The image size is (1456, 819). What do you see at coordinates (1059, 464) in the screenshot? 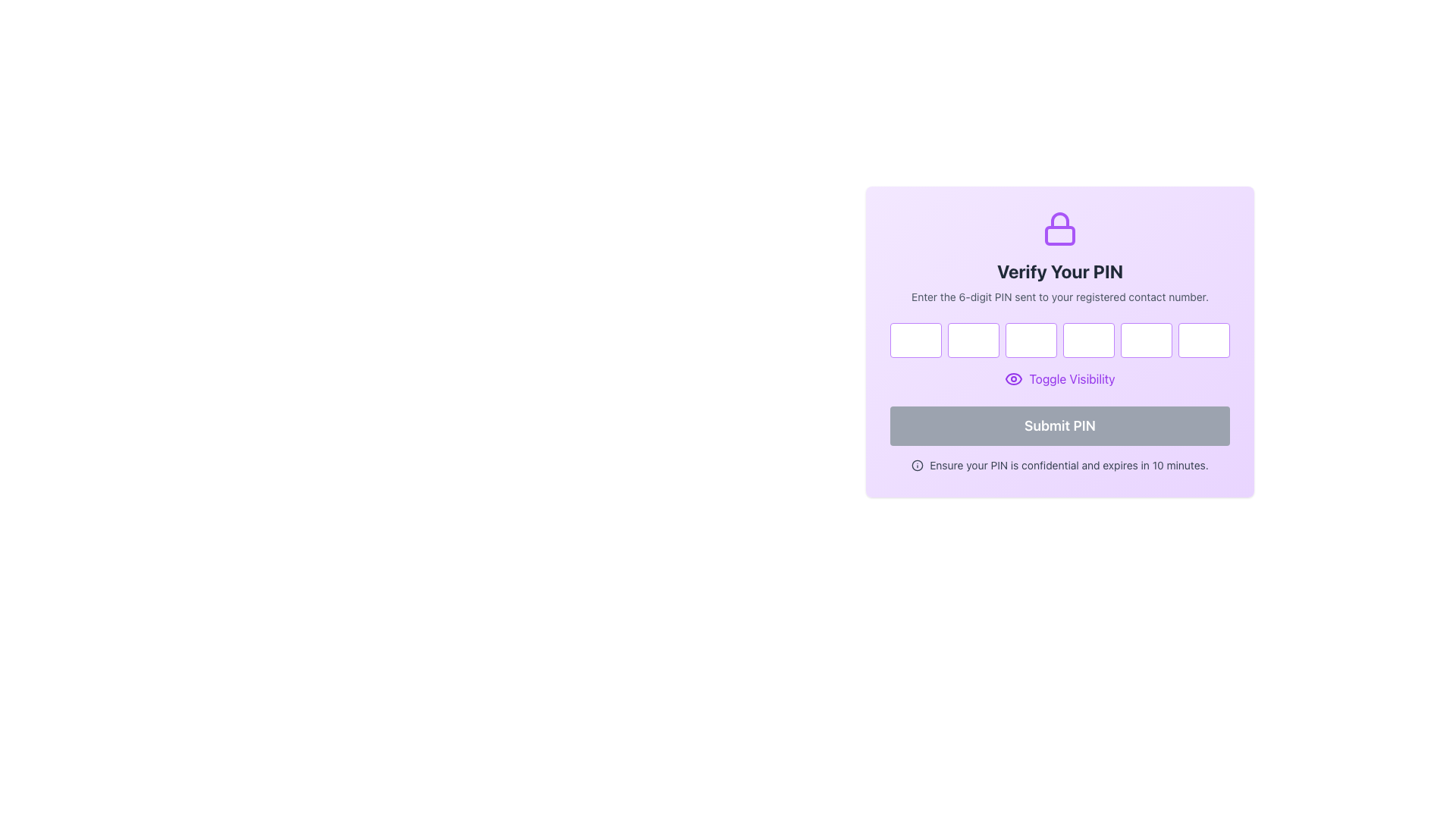
I see `the informational message with an icon located at the bottom of the dialog box, directly below the 'Submit PIN' button` at bounding box center [1059, 464].